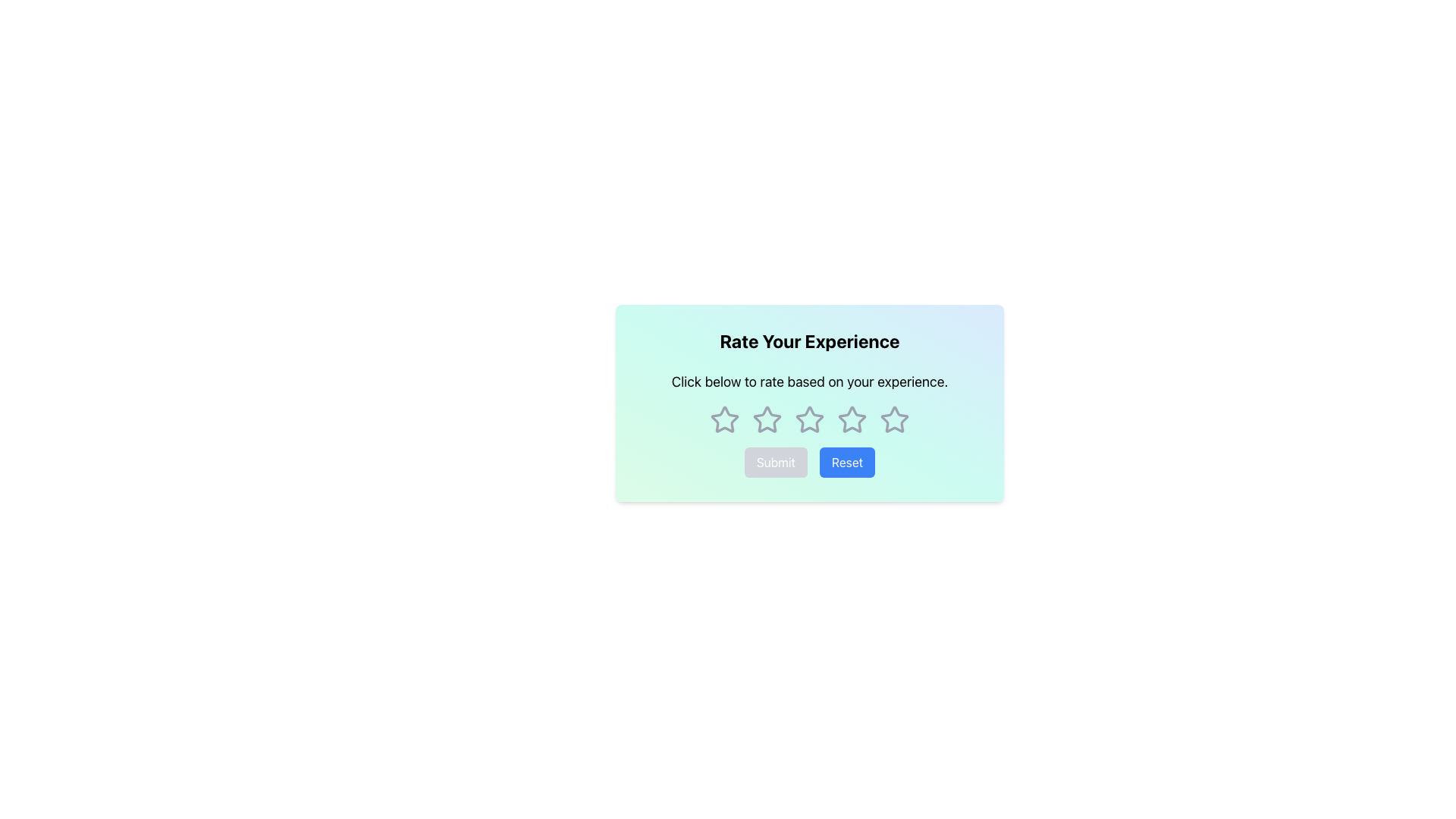  Describe the element at coordinates (767, 419) in the screenshot. I see `the second star icon in the rating section` at that location.